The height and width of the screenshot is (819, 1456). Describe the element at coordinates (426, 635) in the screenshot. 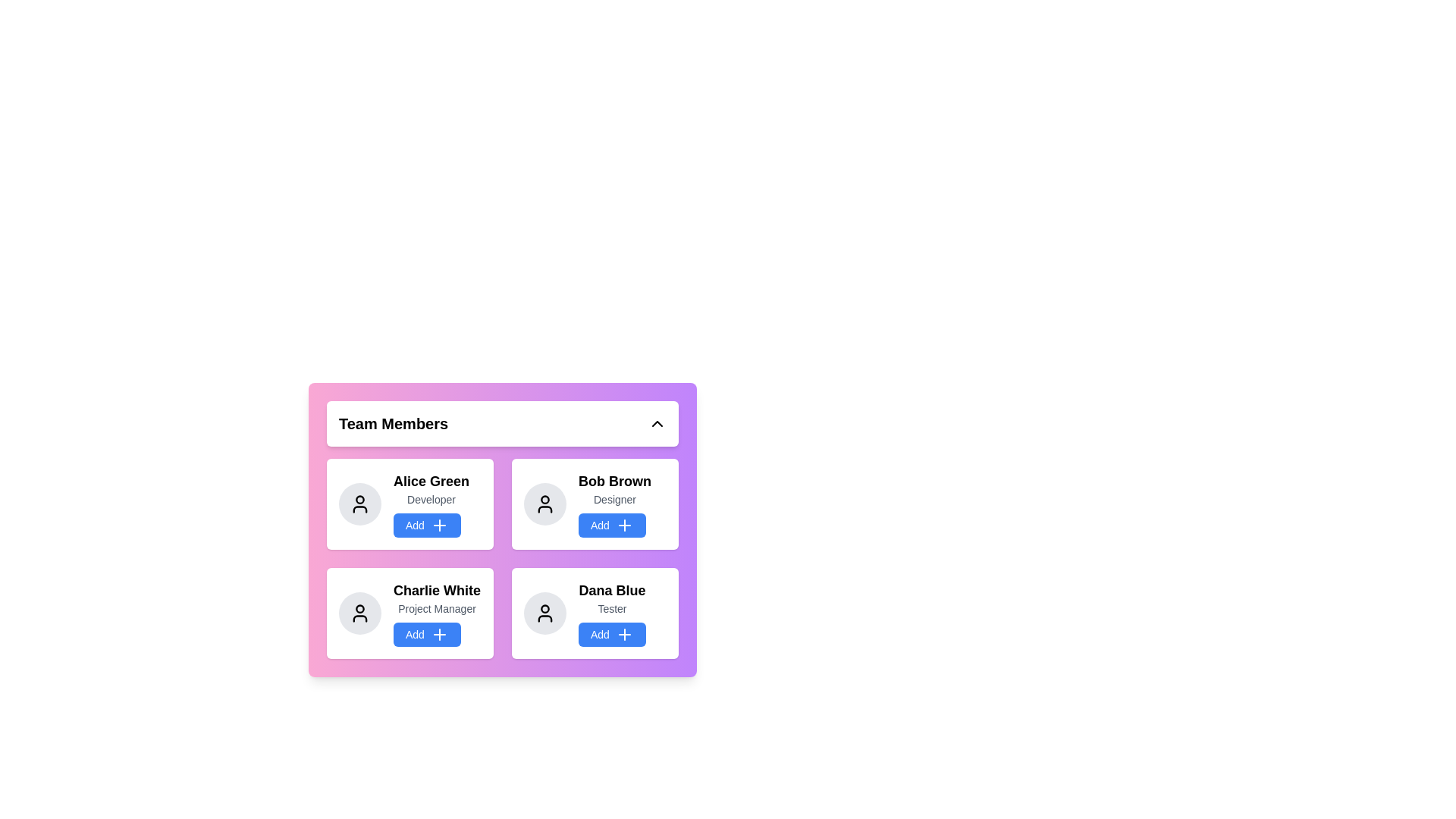

I see `the button located within the profile card of 'Charlie White'` at that location.